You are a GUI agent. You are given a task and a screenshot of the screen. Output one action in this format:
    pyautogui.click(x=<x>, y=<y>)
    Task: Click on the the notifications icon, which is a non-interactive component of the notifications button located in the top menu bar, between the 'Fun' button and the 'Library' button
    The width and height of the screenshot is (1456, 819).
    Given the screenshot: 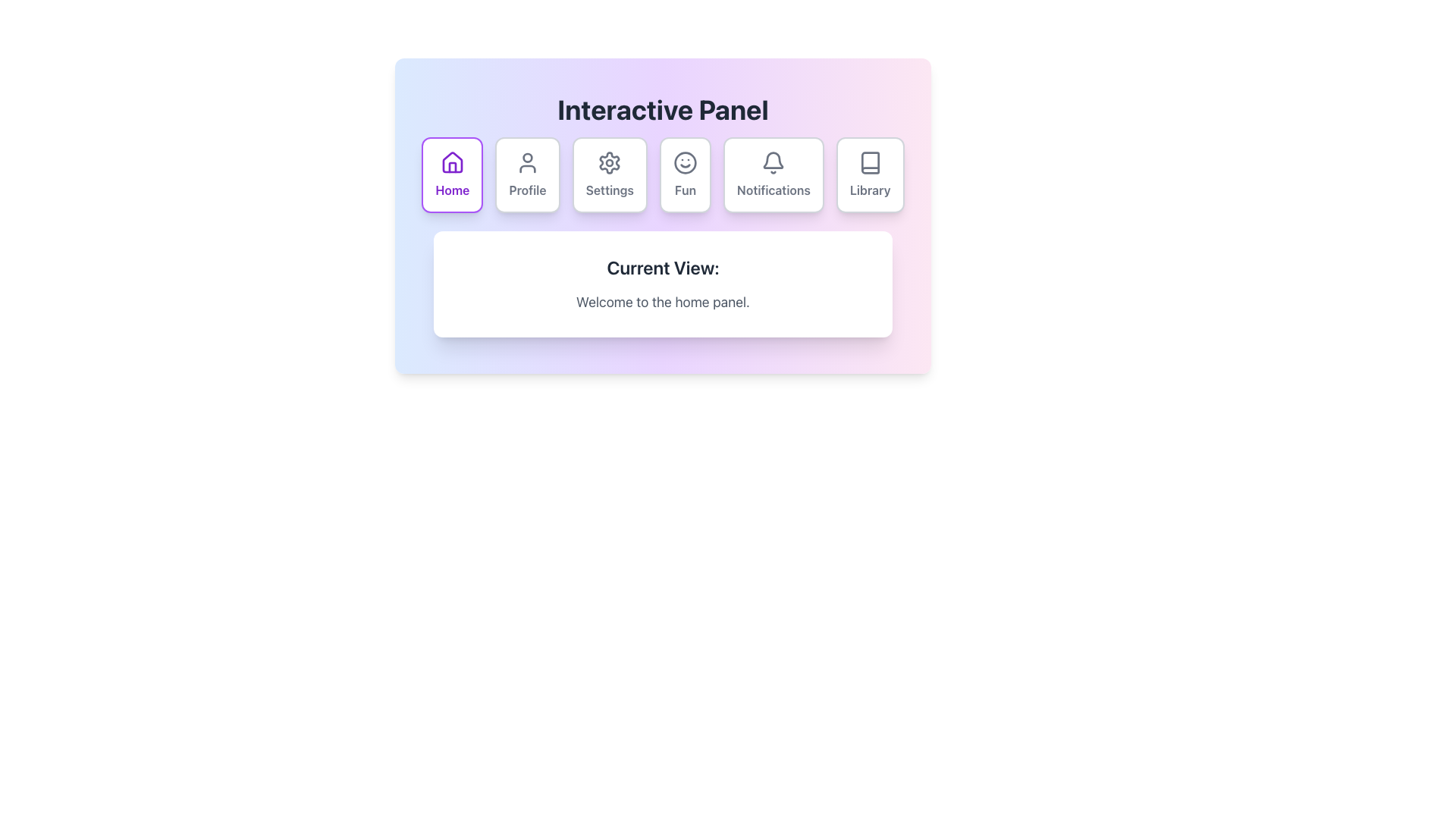 What is the action you would take?
    pyautogui.click(x=773, y=160)
    